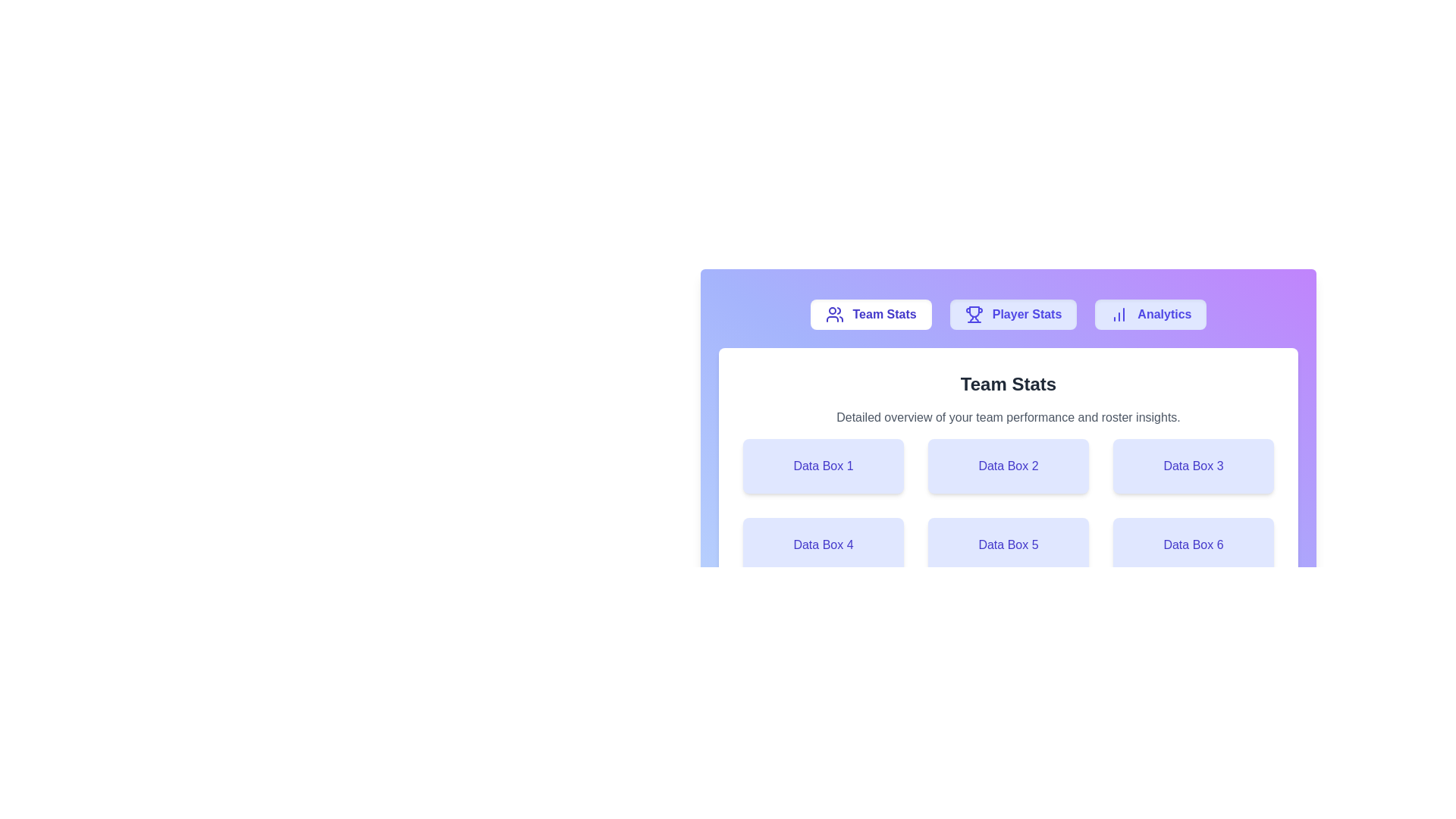 The height and width of the screenshot is (819, 1456). Describe the element at coordinates (871, 314) in the screenshot. I see `the tab labeled Team Stats` at that location.